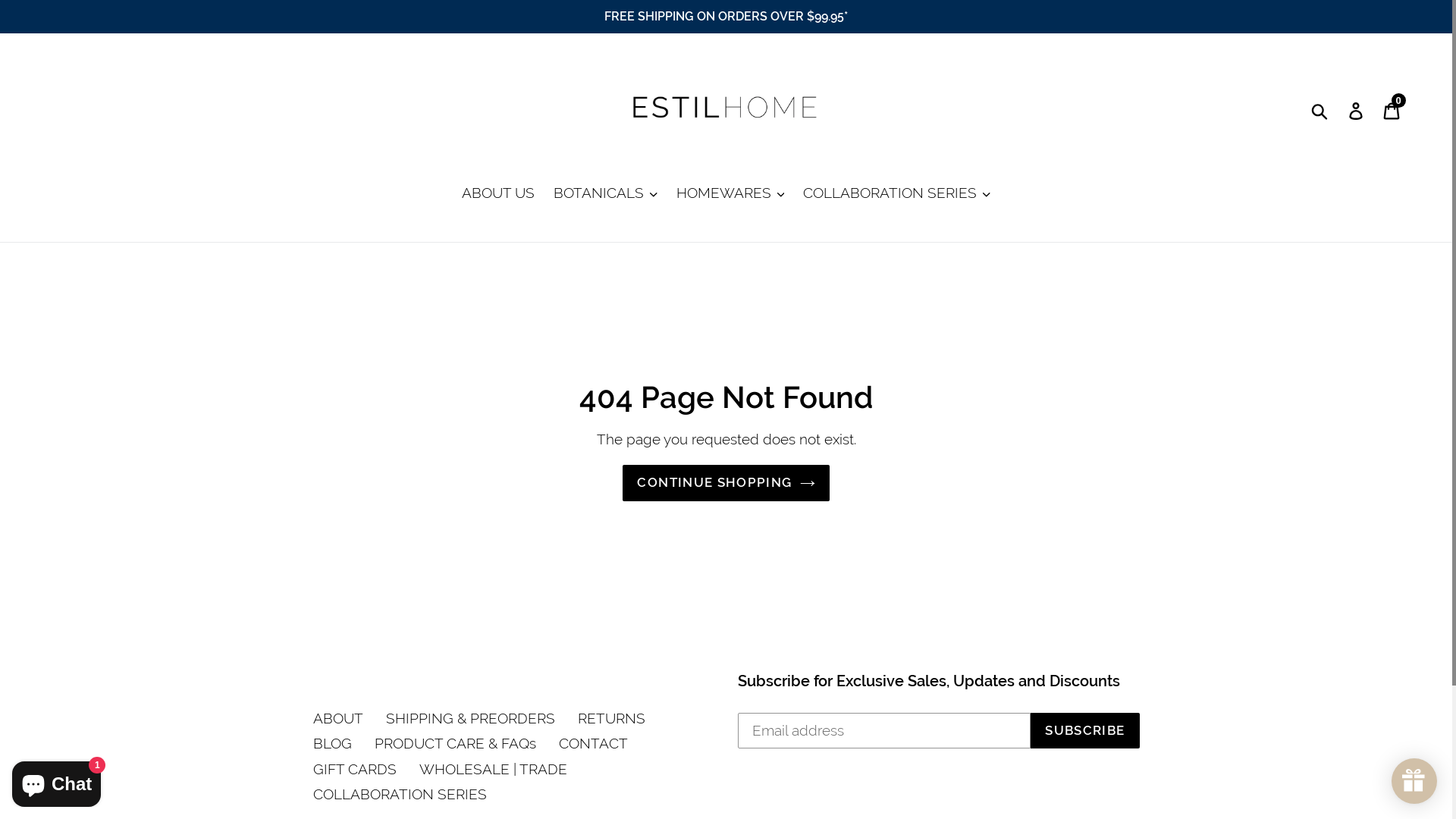 This screenshot has height=819, width=1456. Describe the element at coordinates (353, 769) in the screenshot. I see `'GIFT CARDS'` at that location.